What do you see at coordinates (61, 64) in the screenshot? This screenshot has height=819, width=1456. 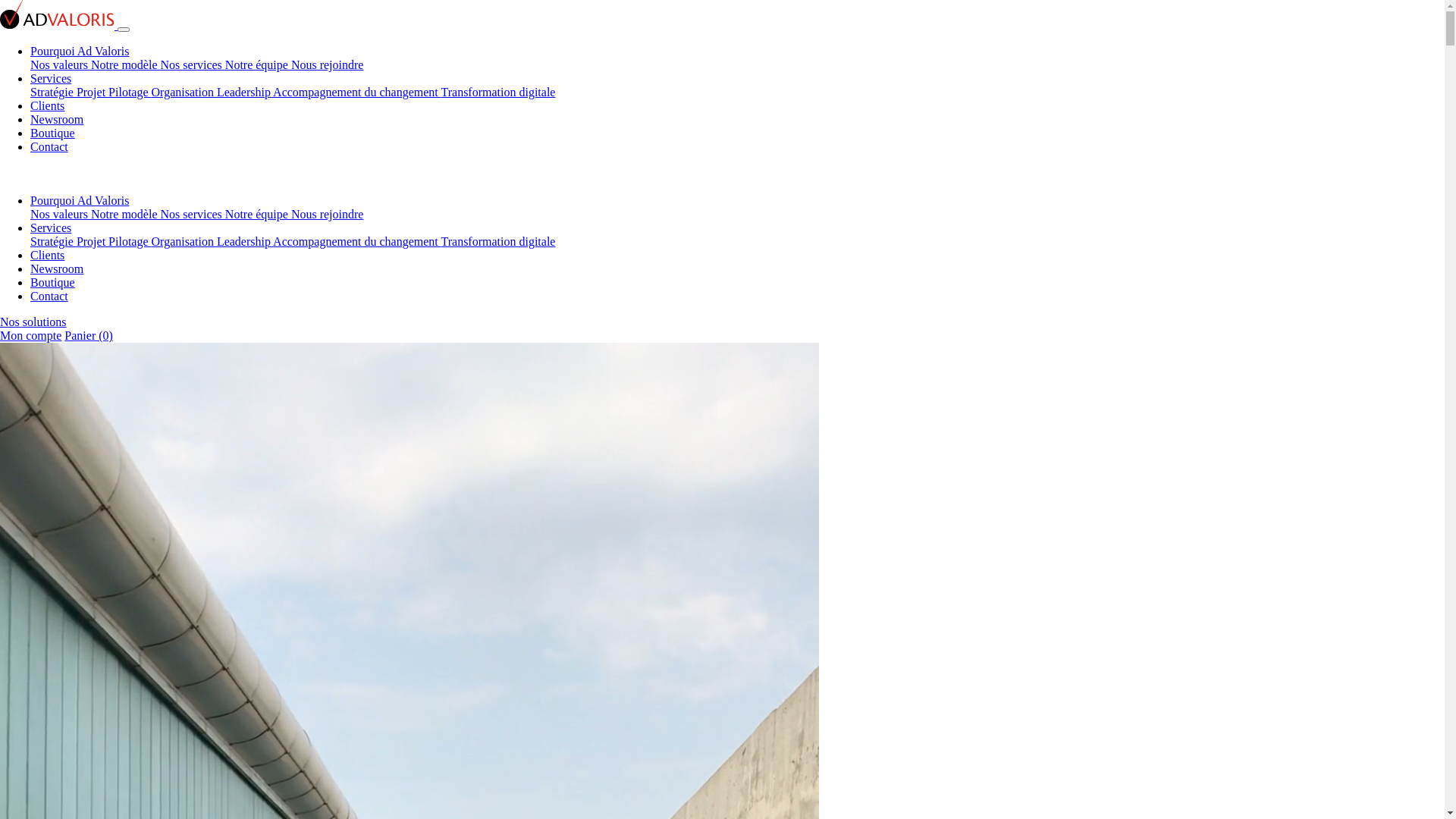 I see `'Nos valeurs'` at bounding box center [61, 64].